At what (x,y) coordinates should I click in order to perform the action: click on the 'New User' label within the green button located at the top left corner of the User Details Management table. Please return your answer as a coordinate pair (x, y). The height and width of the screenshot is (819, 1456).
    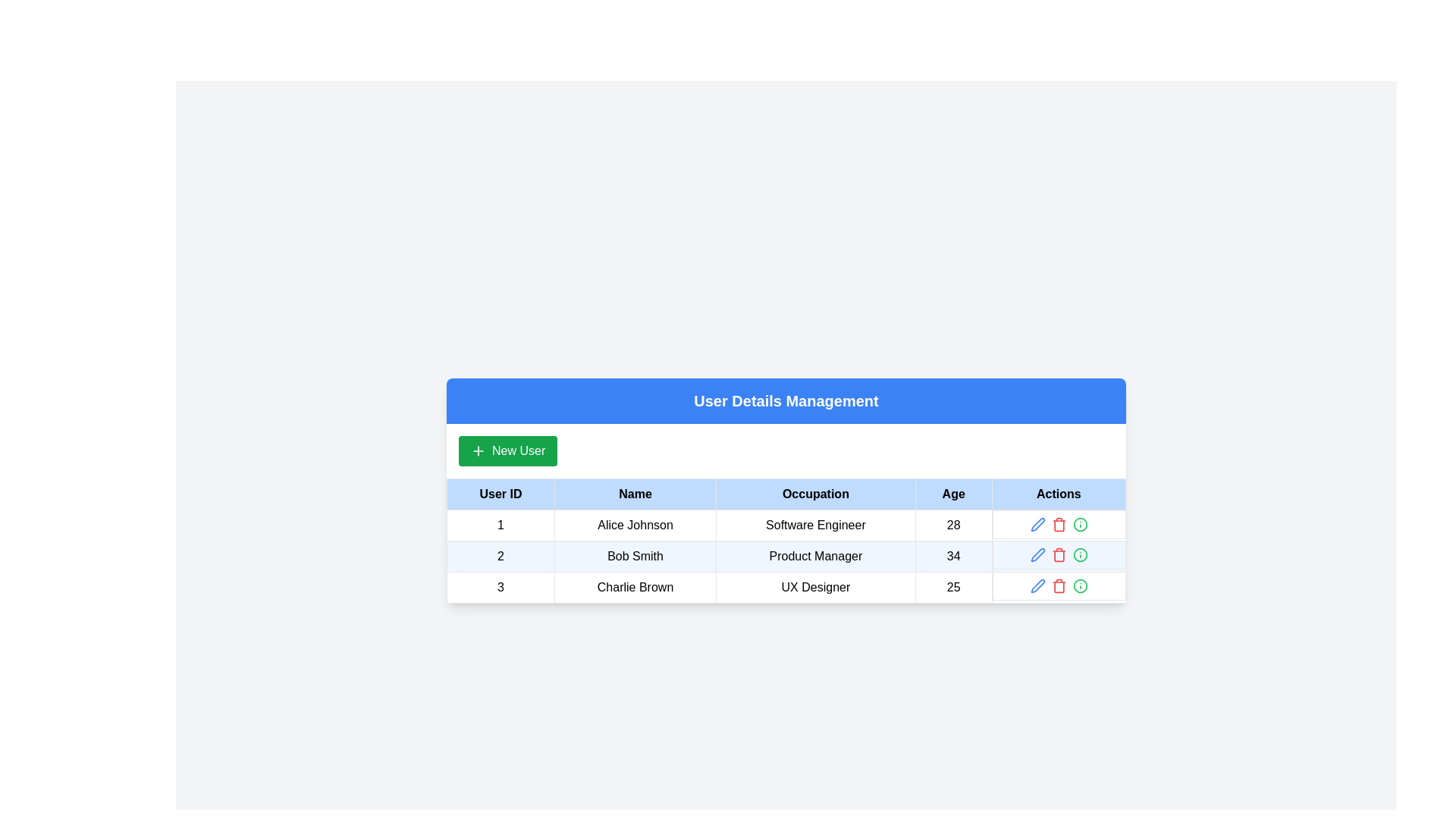
    Looking at the image, I should click on (519, 450).